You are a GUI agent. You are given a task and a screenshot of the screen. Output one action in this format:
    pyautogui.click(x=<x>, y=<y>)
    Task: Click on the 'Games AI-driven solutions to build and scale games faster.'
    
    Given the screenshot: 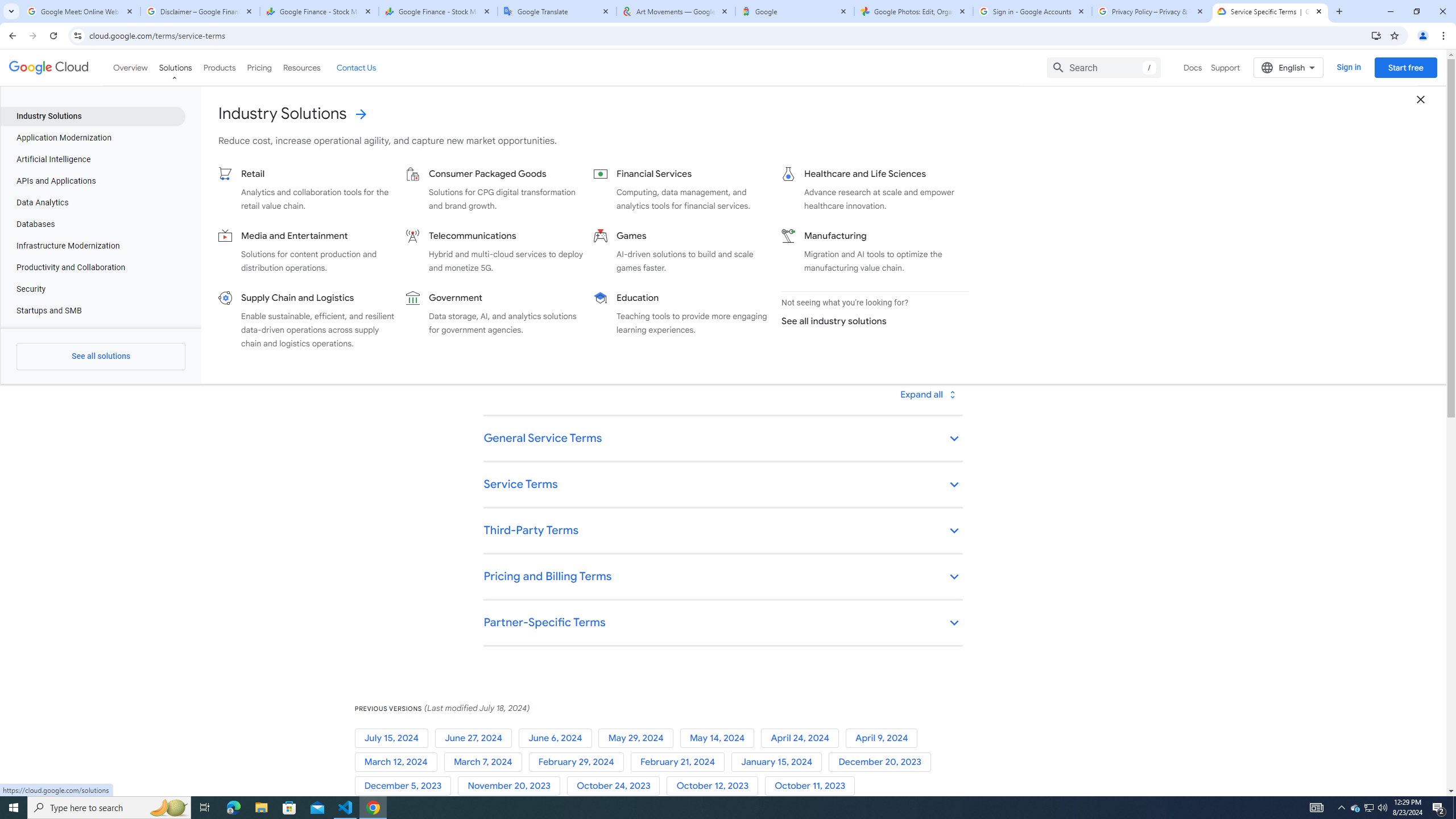 What is the action you would take?
    pyautogui.click(x=682, y=251)
    